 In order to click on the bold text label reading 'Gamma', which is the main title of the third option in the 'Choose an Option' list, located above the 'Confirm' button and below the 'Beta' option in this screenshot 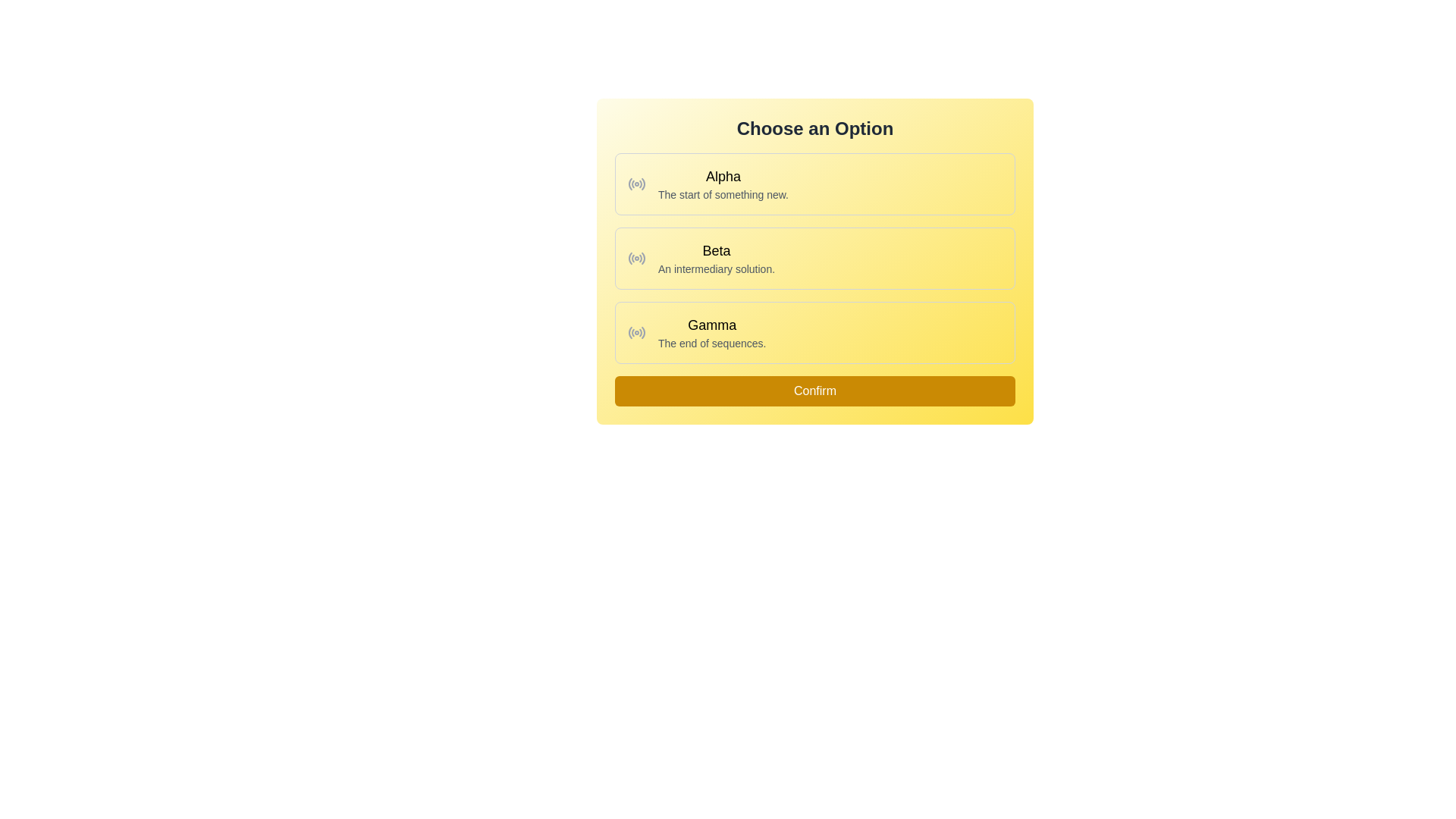, I will do `click(711, 324)`.